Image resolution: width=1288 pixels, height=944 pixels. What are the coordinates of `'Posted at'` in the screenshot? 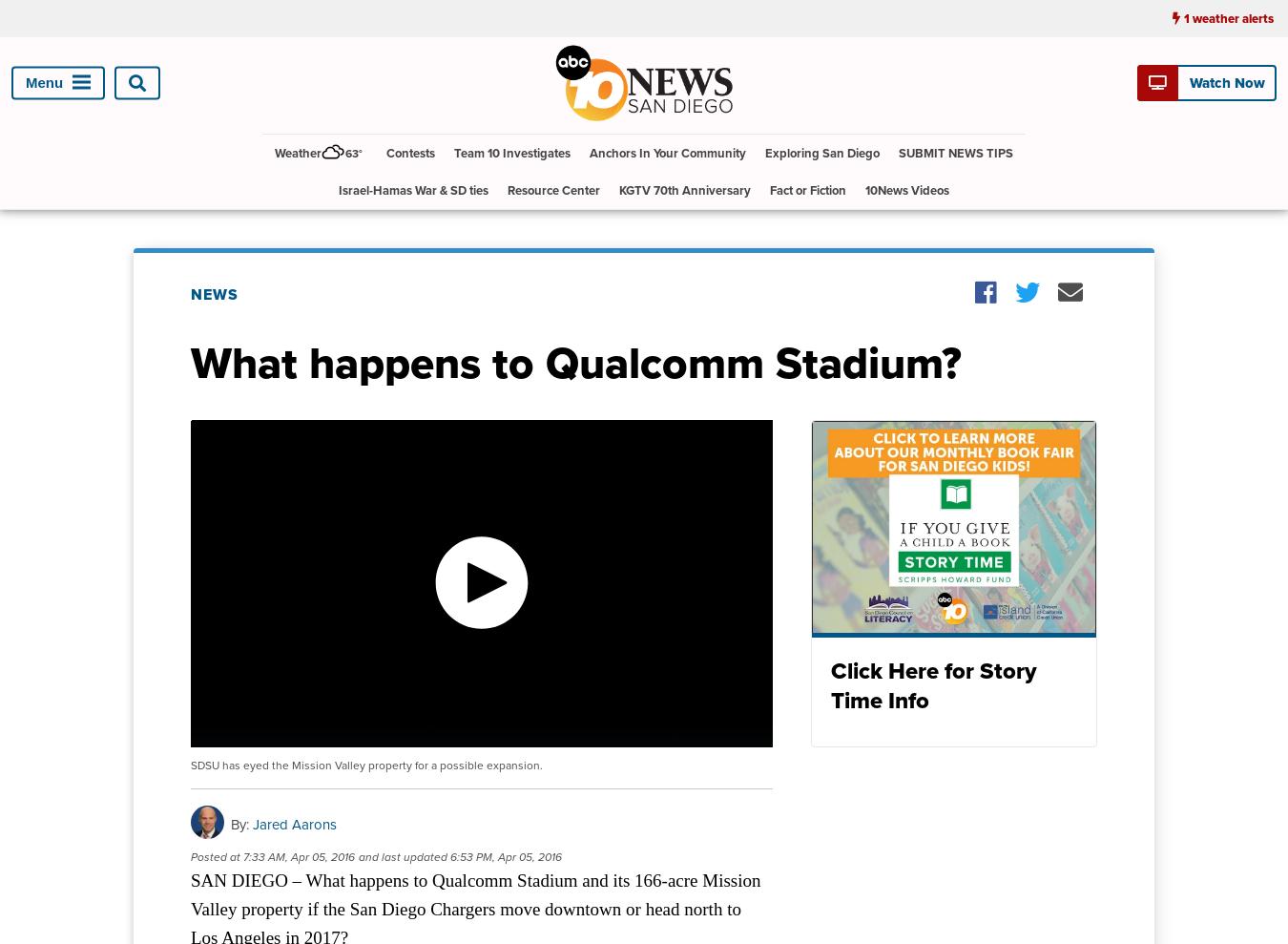 It's located at (215, 856).